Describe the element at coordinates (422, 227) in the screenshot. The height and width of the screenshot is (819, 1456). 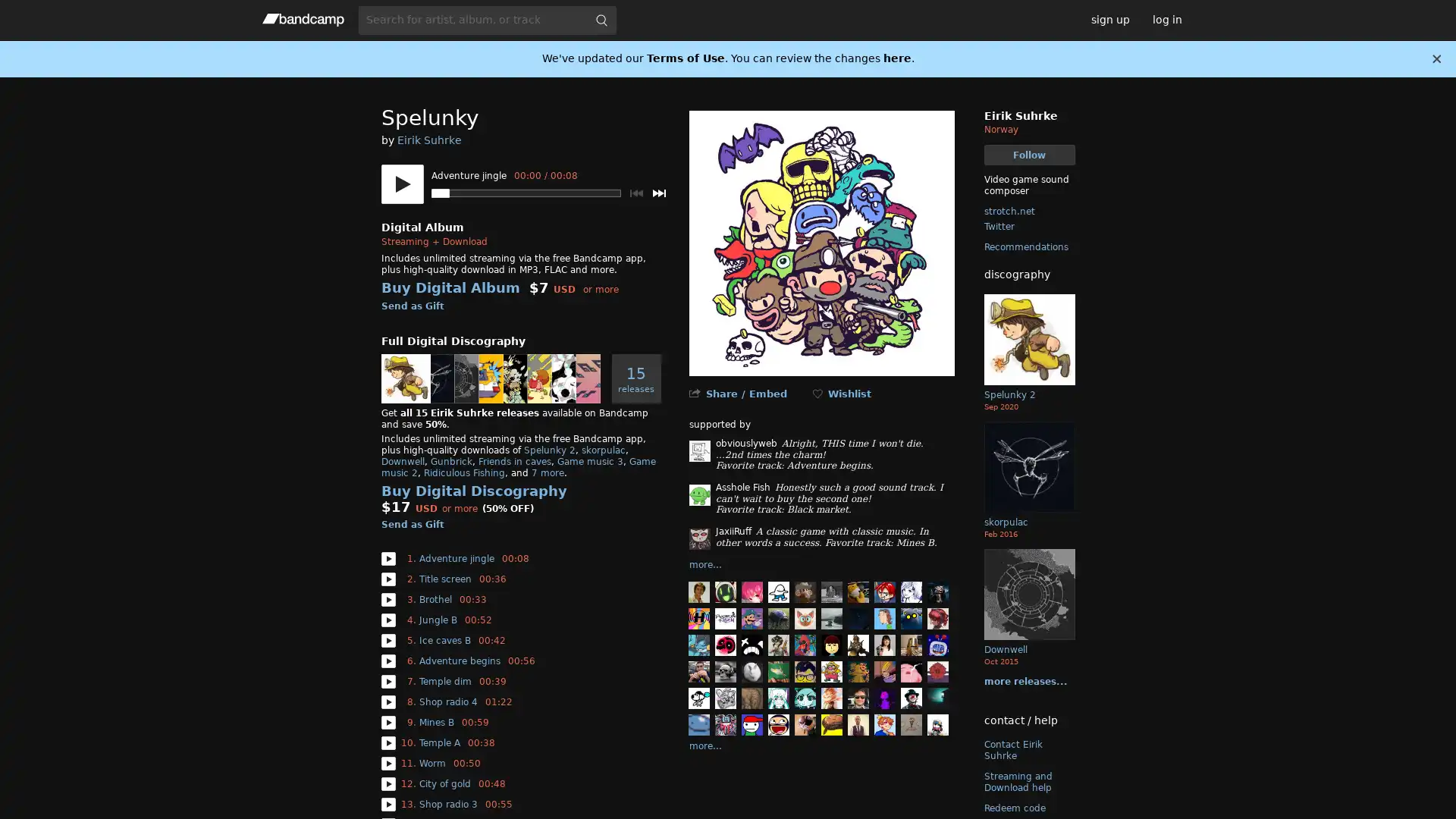
I see `Digital Album` at that location.